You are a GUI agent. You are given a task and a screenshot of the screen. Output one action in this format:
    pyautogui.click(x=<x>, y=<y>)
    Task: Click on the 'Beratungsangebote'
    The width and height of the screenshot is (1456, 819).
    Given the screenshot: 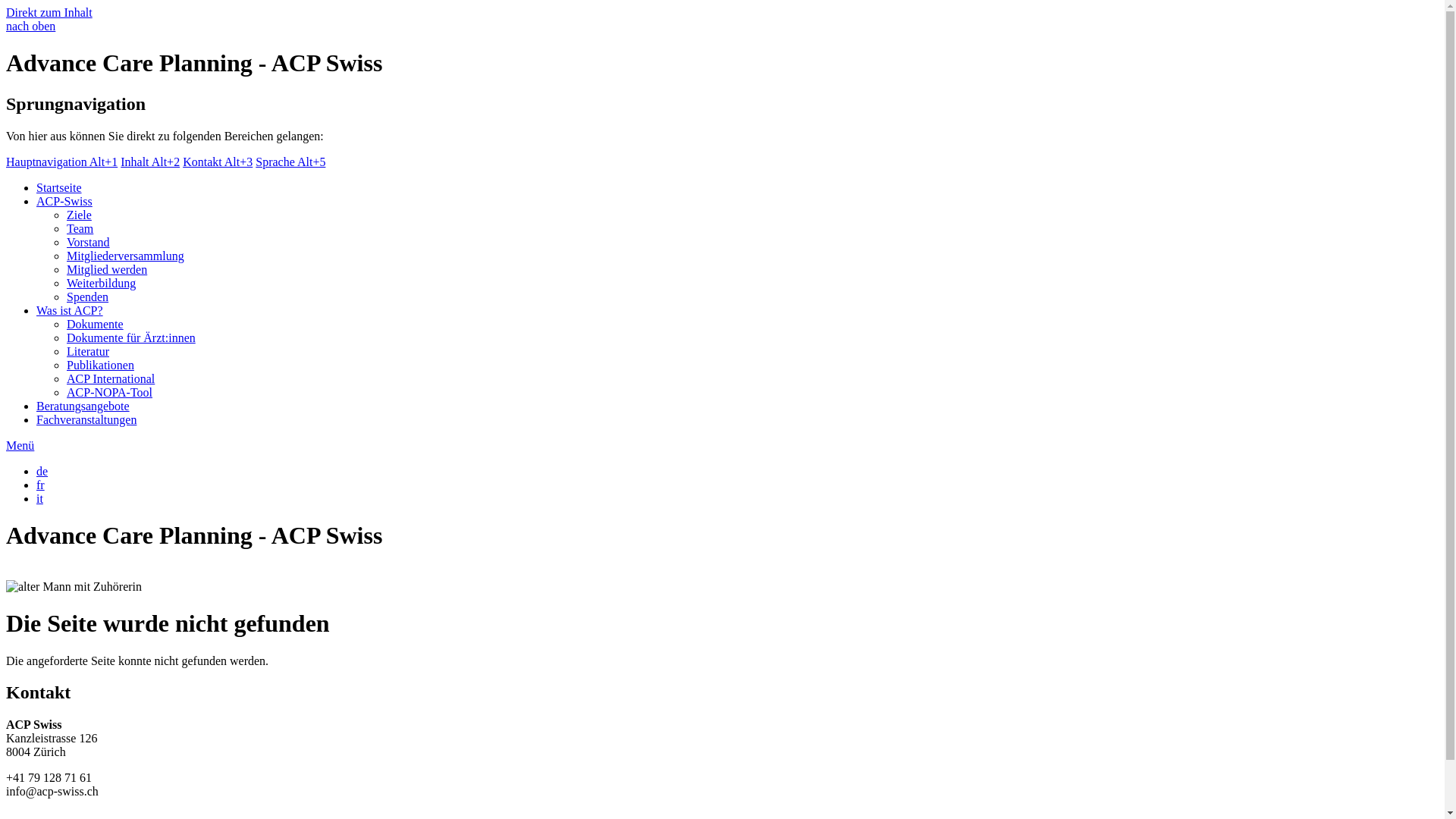 What is the action you would take?
    pyautogui.click(x=82, y=405)
    